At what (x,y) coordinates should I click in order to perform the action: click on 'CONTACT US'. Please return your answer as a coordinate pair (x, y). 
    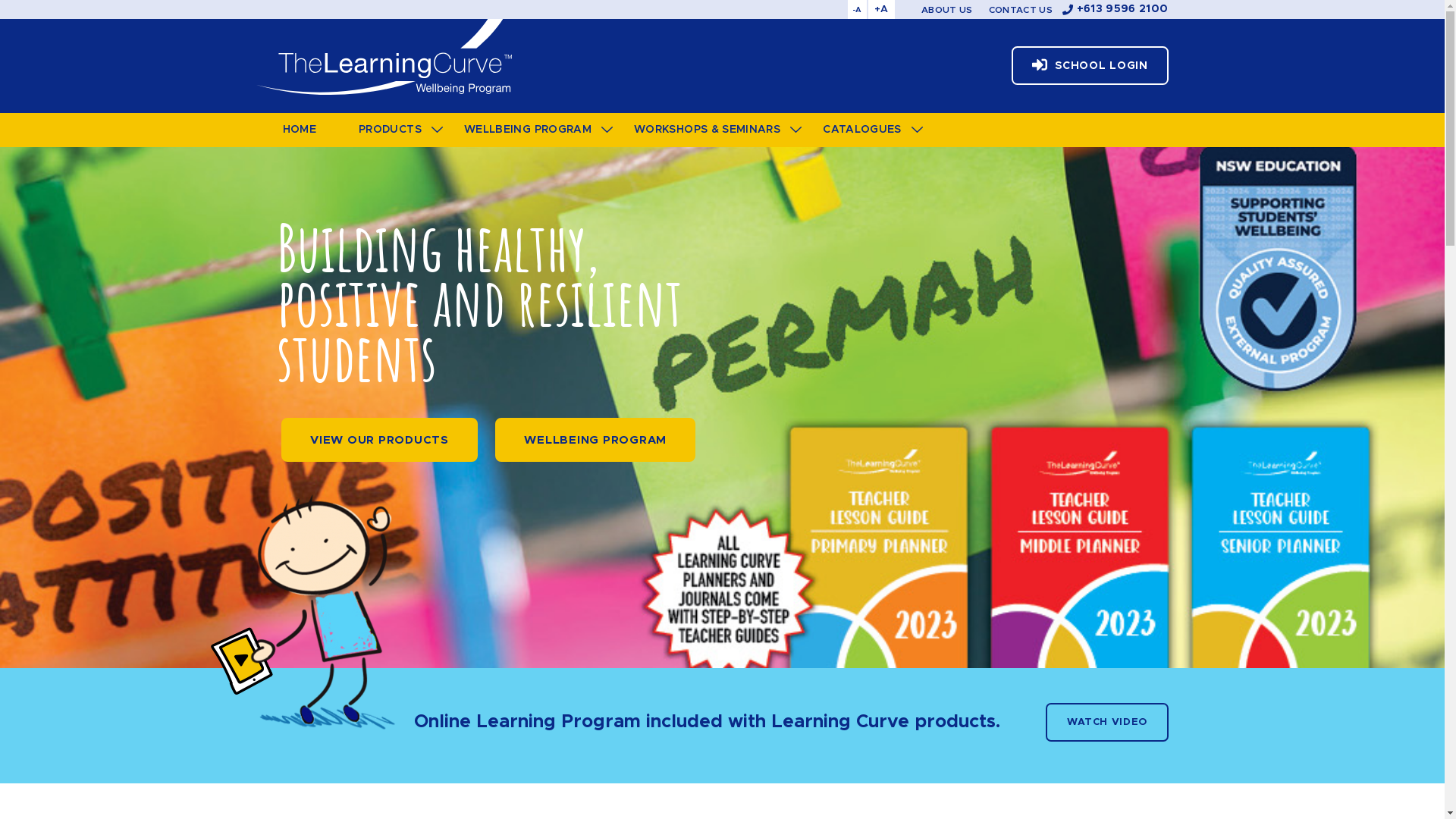
    Looking at the image, I should click on (1020, 9).